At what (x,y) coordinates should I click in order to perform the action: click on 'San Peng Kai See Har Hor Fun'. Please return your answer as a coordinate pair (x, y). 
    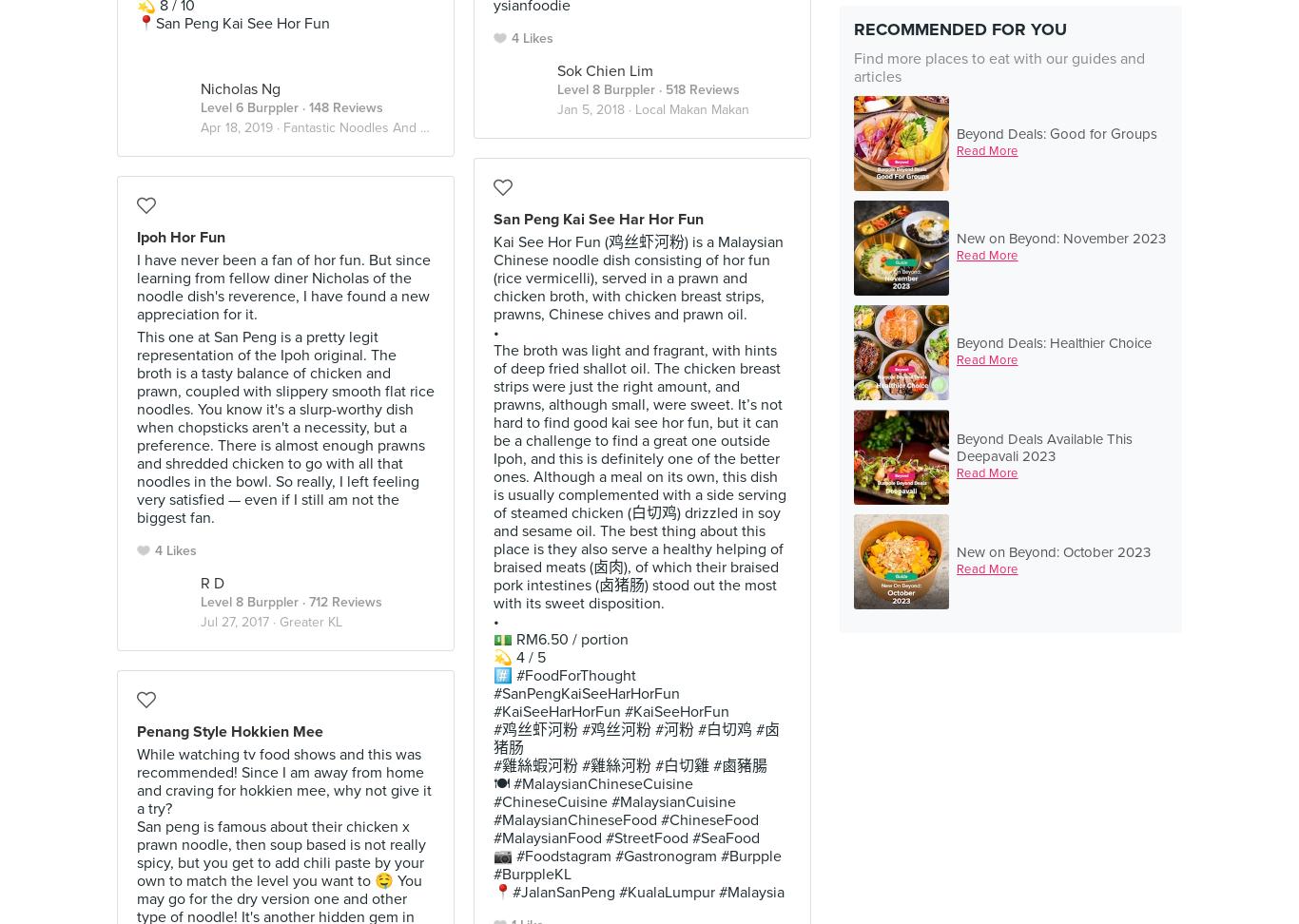
    Looking at the image, I should click on (597, 217).